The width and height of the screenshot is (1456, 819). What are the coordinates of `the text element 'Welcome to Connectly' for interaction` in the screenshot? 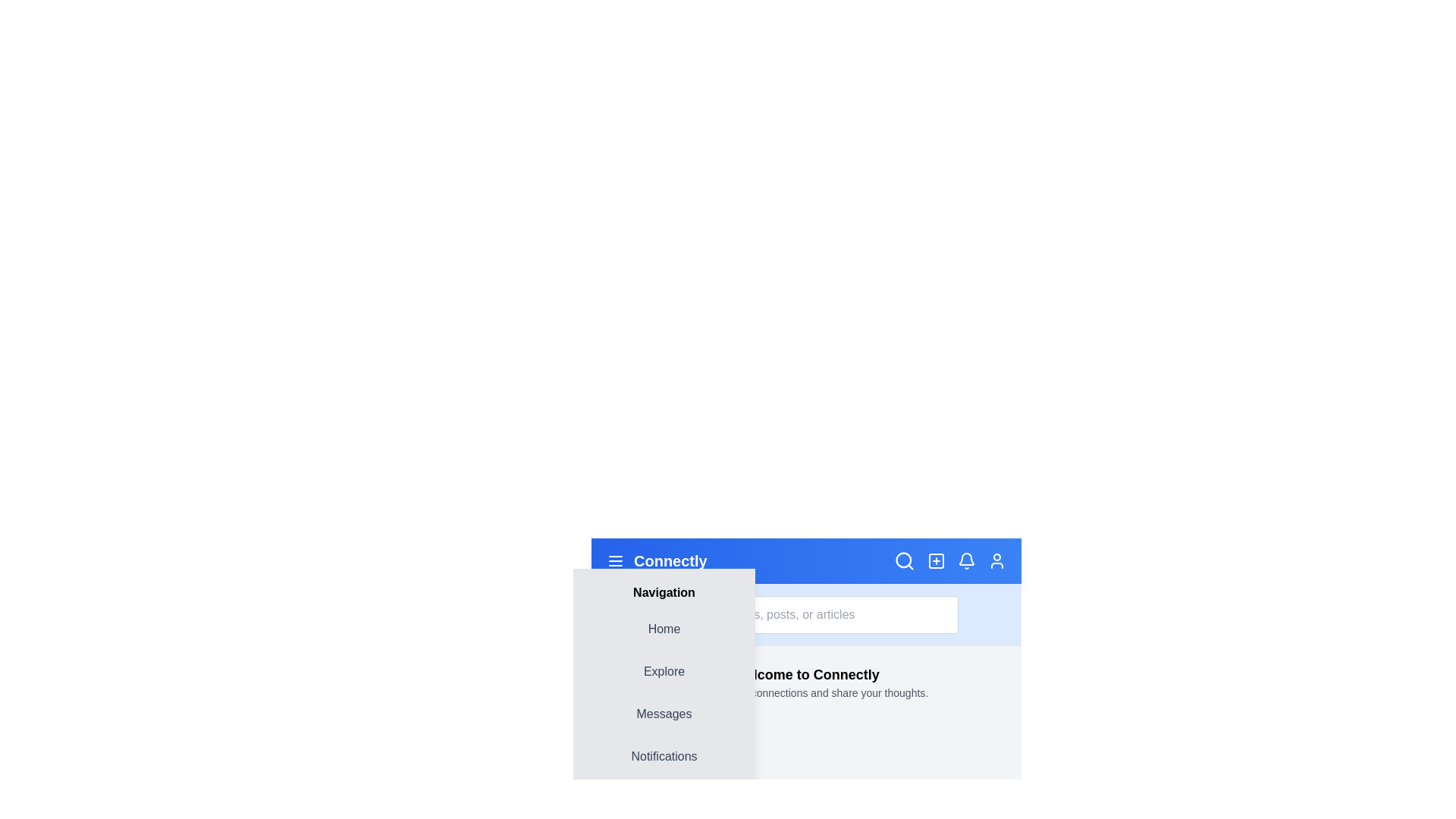 It's located at (805, 674).